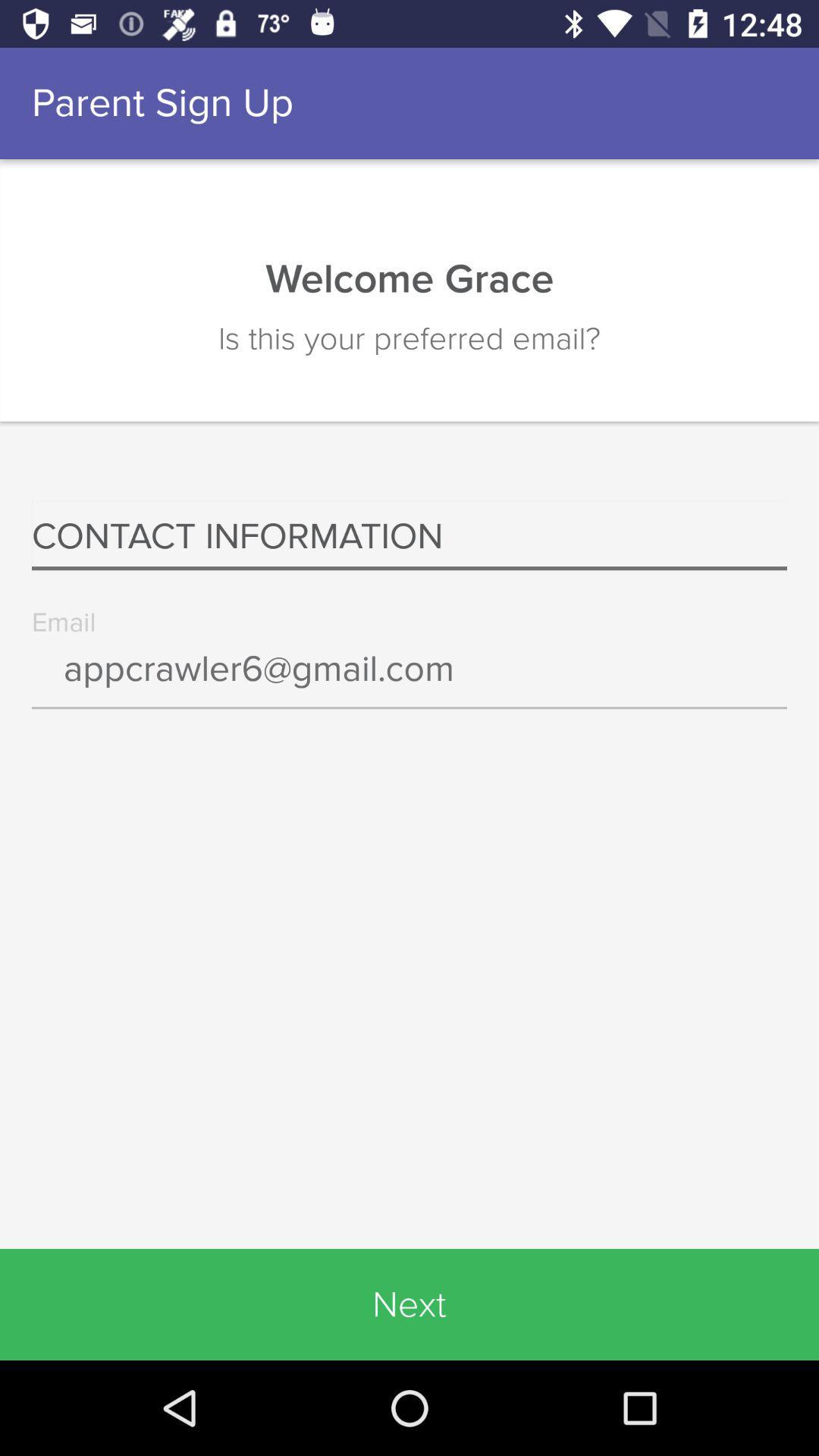  Describe the element at coordinates (409, 679) in the screenshot. I see `icon above the next icon` at that location.